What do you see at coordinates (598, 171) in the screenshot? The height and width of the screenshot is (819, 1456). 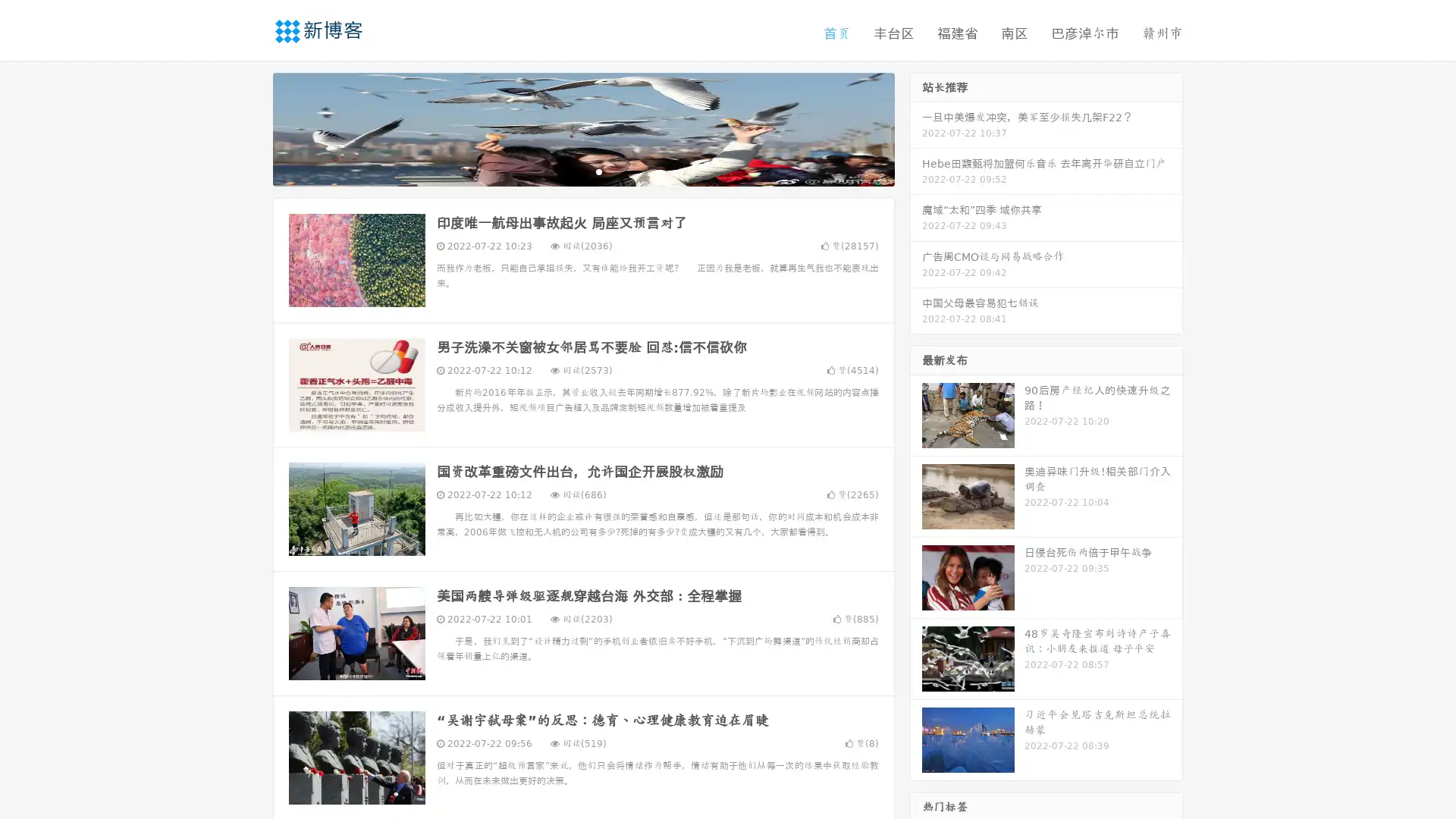 I see `Go to slide 3` at bounding box center [598, 171].